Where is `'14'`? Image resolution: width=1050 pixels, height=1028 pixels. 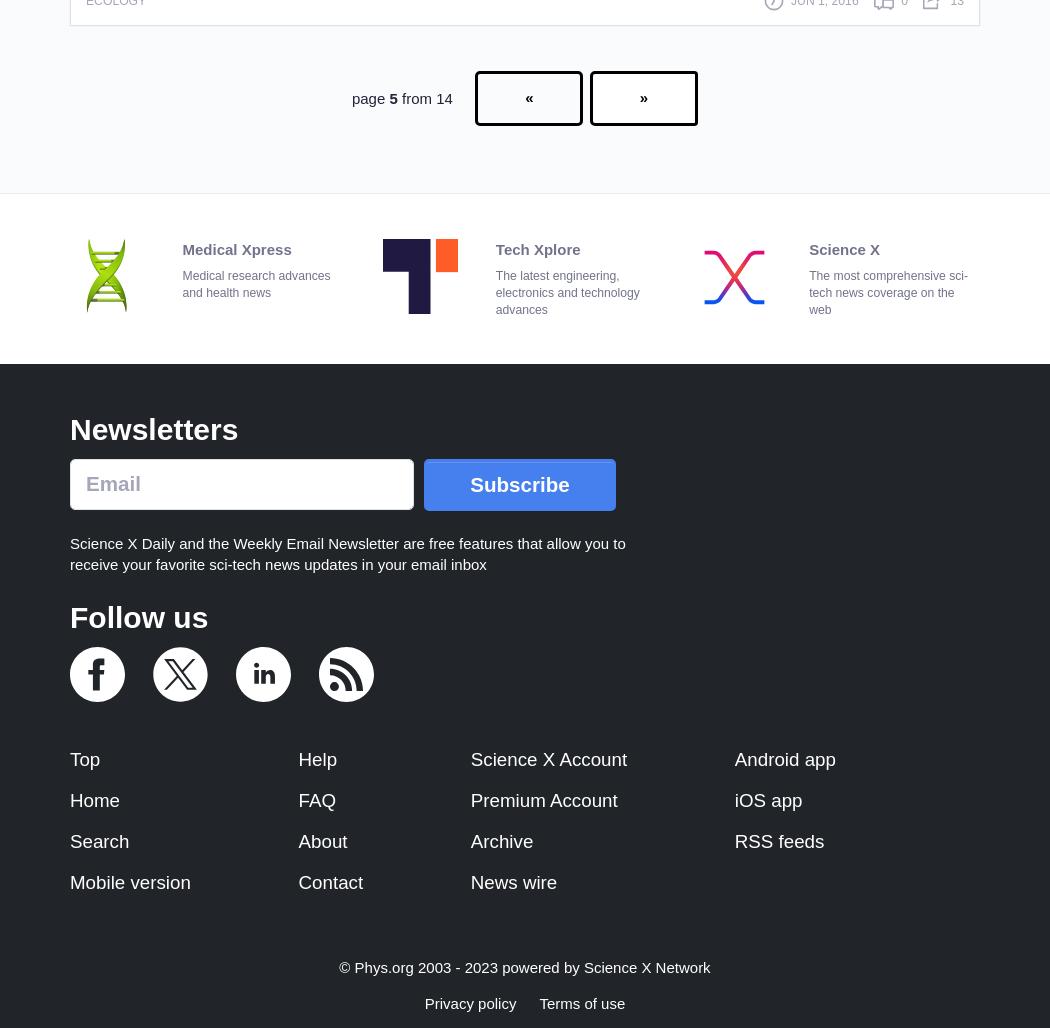
'14' is located at coordinates (443, 96).